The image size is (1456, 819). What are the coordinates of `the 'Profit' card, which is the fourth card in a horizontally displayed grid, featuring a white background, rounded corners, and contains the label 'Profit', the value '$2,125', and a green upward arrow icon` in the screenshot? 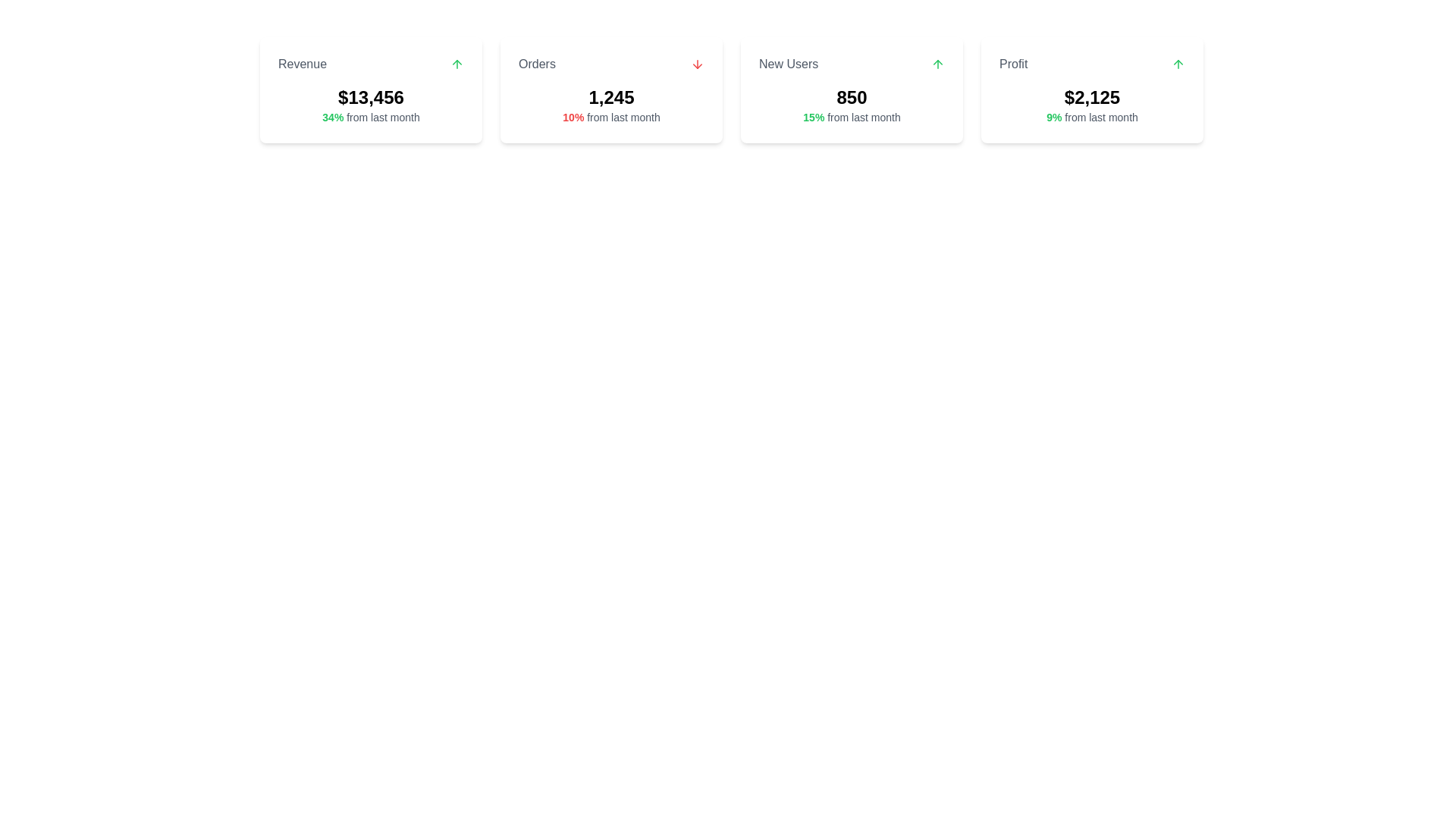 It's located at (1092, 90).